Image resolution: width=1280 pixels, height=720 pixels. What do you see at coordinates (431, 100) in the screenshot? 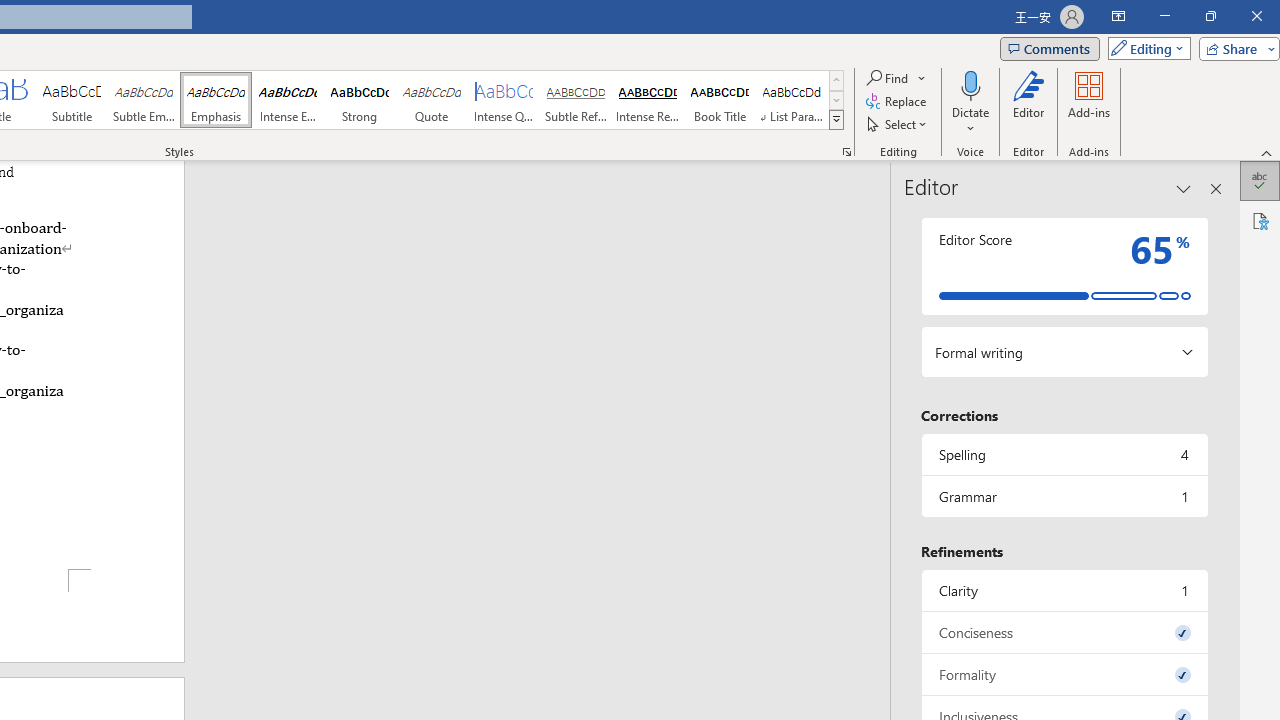
I see `'Quote'` at bounding box center [431, 100].